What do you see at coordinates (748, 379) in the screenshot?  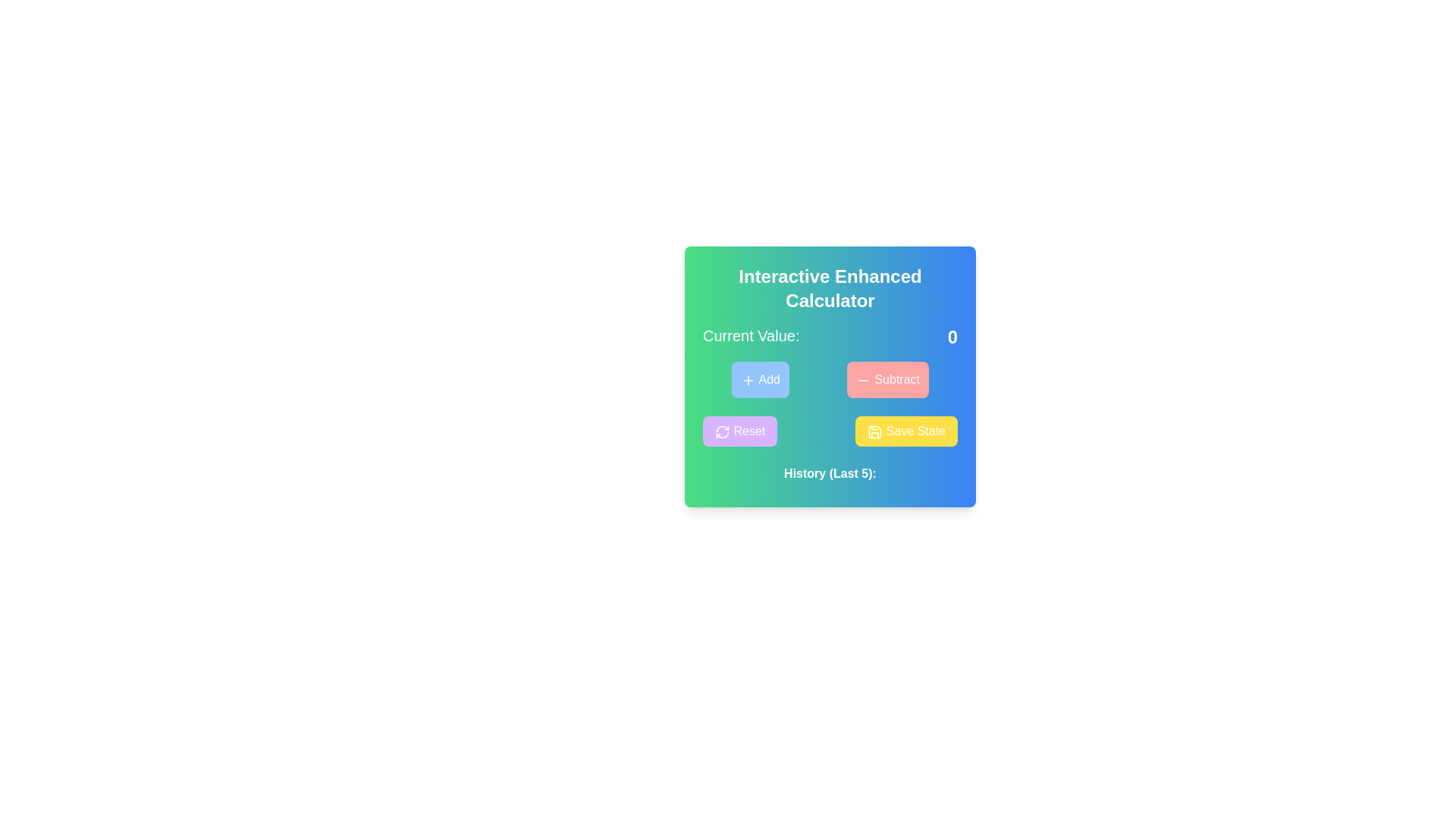 I see `the 'Add' SVG icon, which is the central icon within the 'Add' button located in the middle-left section of the calculator layout` at bounding box center [748, 379].